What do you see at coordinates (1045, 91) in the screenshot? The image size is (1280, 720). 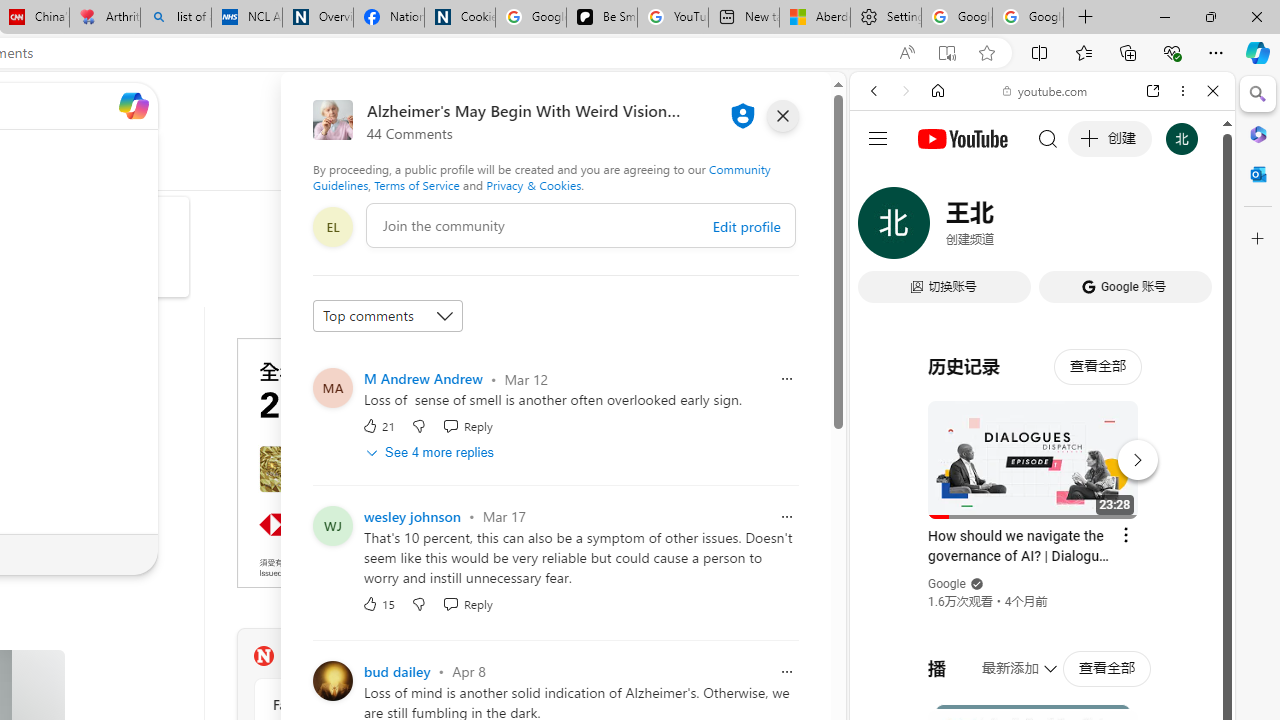 I see `'youtube.com'` at bounding box center [1045, 91].